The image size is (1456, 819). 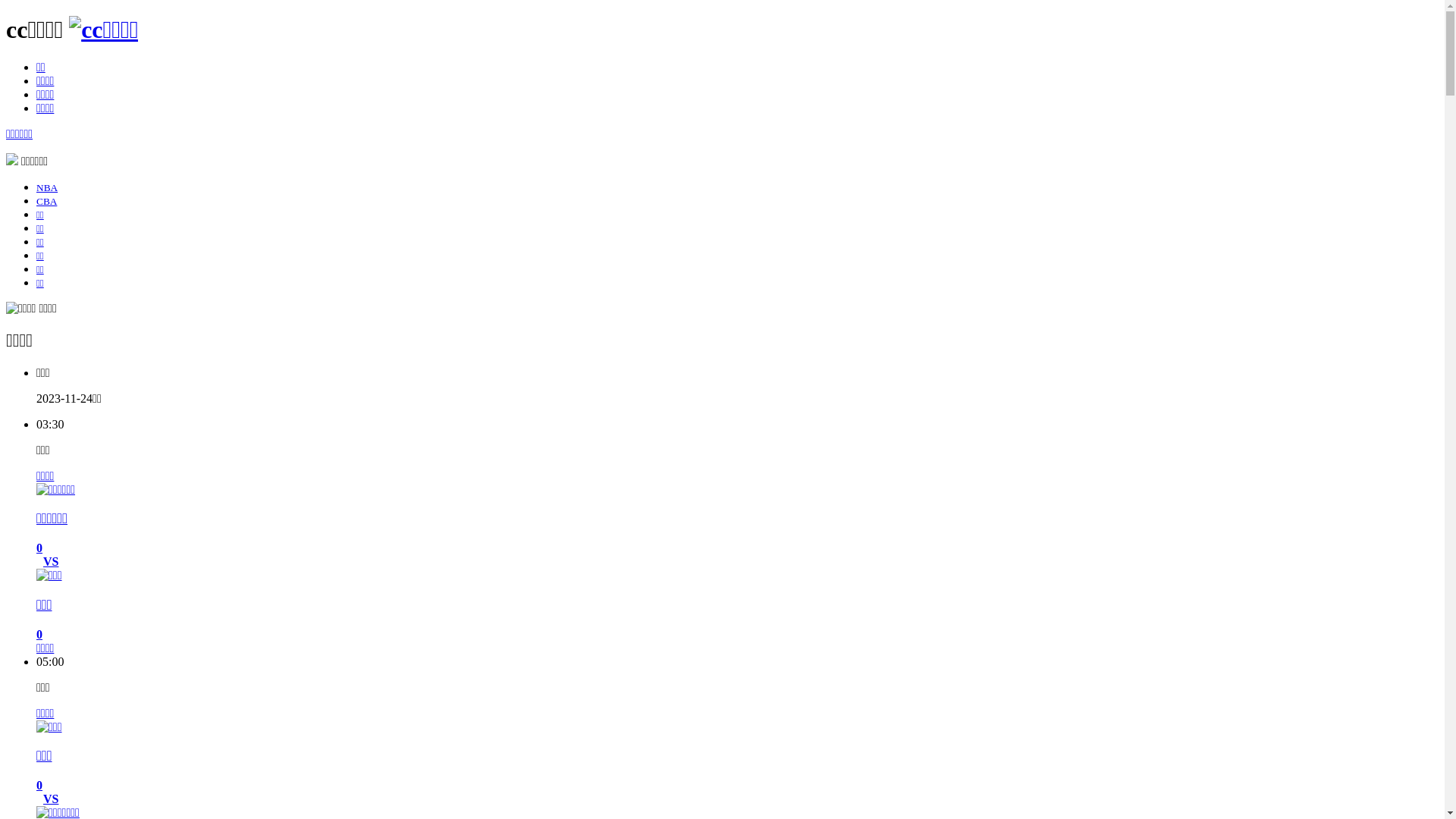 What do you see at coordinates (46, 200) in the screenshot?
I see `'CBA'` at bounding box center [46, 200].